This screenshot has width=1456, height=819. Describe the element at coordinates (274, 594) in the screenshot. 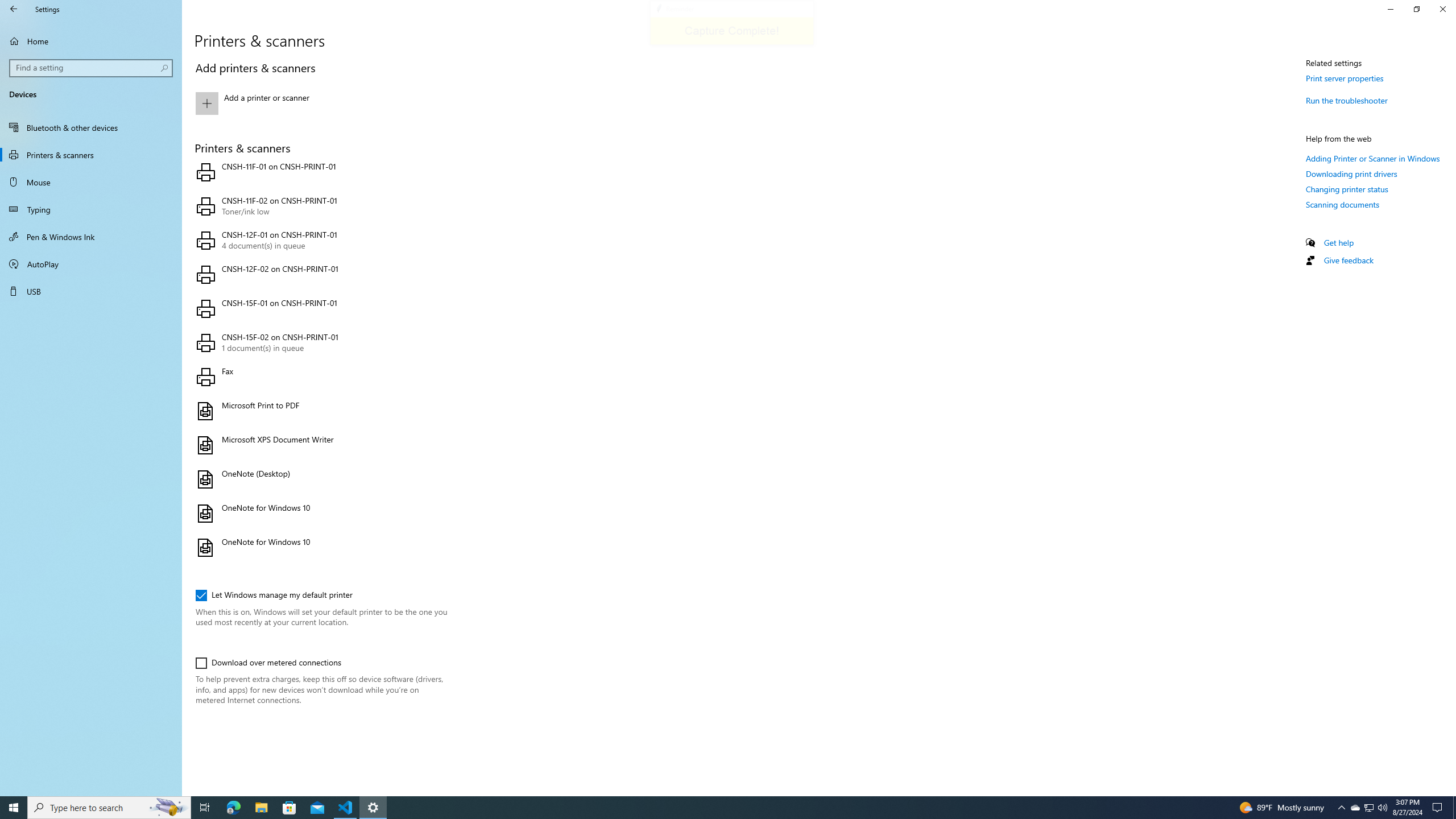

I see `'Let Windows manage my default printer'` at that location.